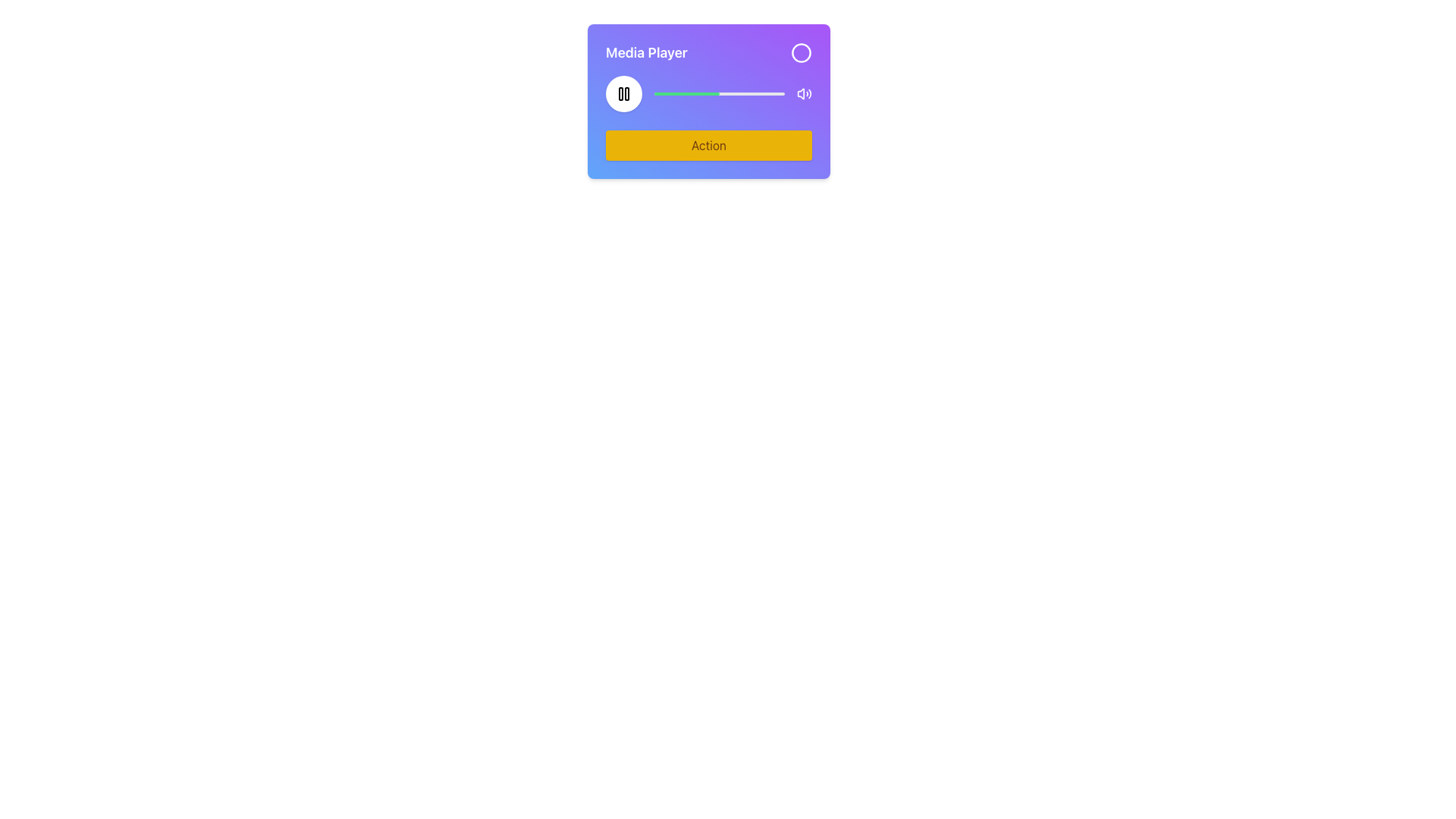 The width and height of the screenshot is (1456, 819). I want to click on the rightmost vertical bar of the pause icon in the media player controls, so click(626, 93).